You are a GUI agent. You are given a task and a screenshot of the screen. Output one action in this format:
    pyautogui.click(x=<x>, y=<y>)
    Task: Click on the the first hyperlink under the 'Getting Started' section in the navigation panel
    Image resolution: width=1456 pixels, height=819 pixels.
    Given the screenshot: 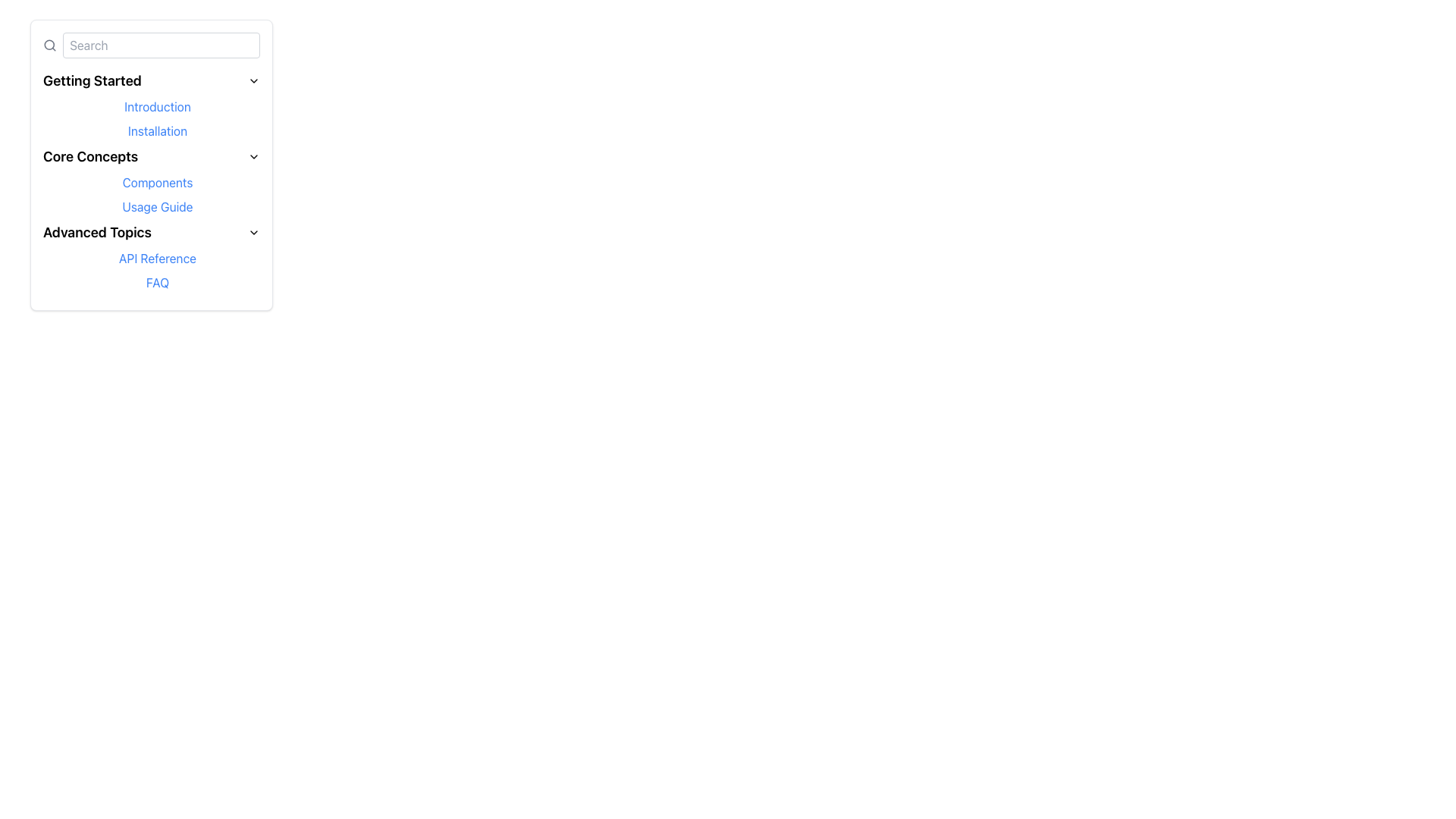 What is the action you would take?
    pyautogui.click(x=157, y=106)
    